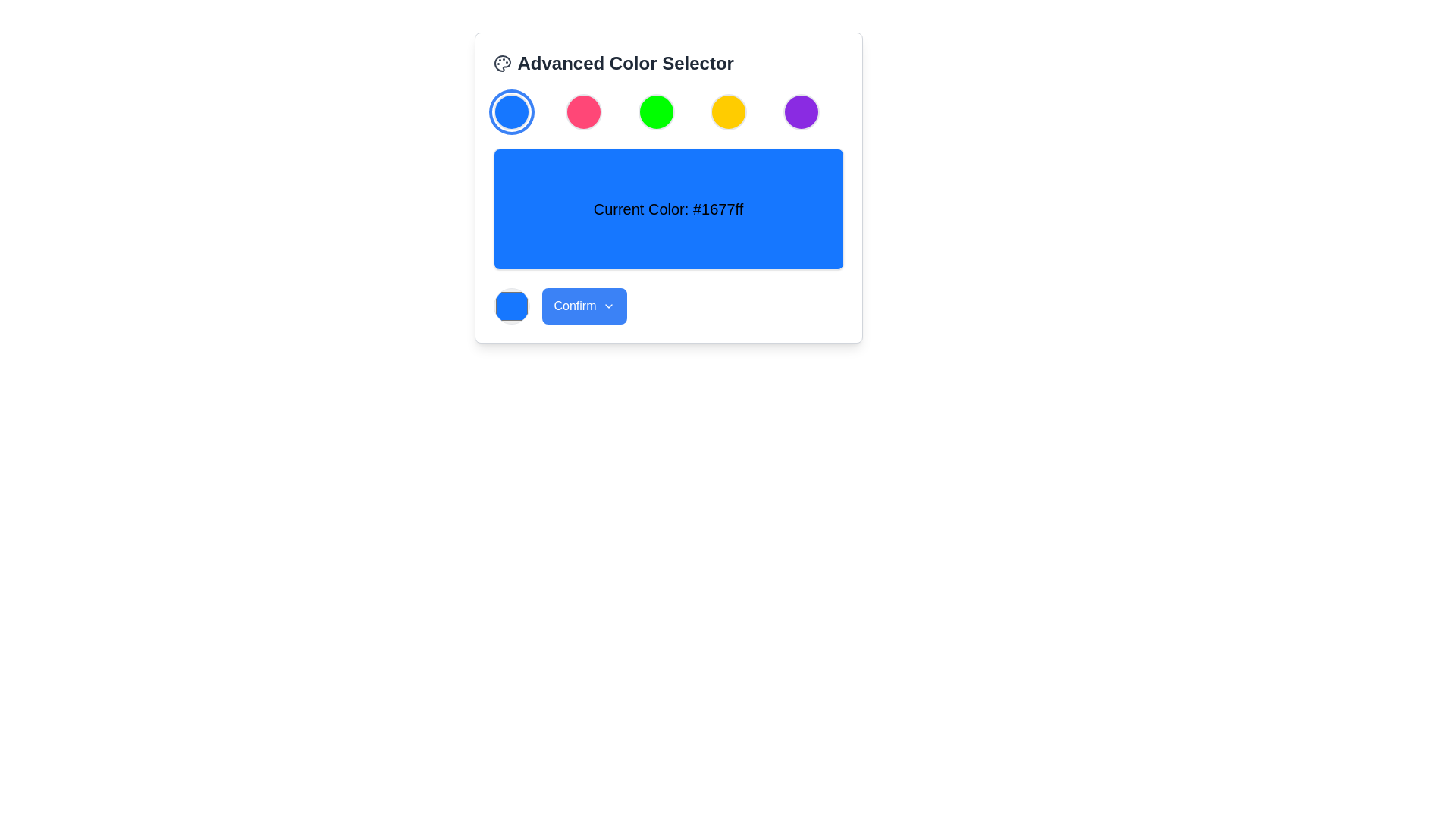  Describe the element at coordinates (667, 111) in the screenshot. I see `one of the colorful circles within the 'Advanced Color Selector'` at that location.